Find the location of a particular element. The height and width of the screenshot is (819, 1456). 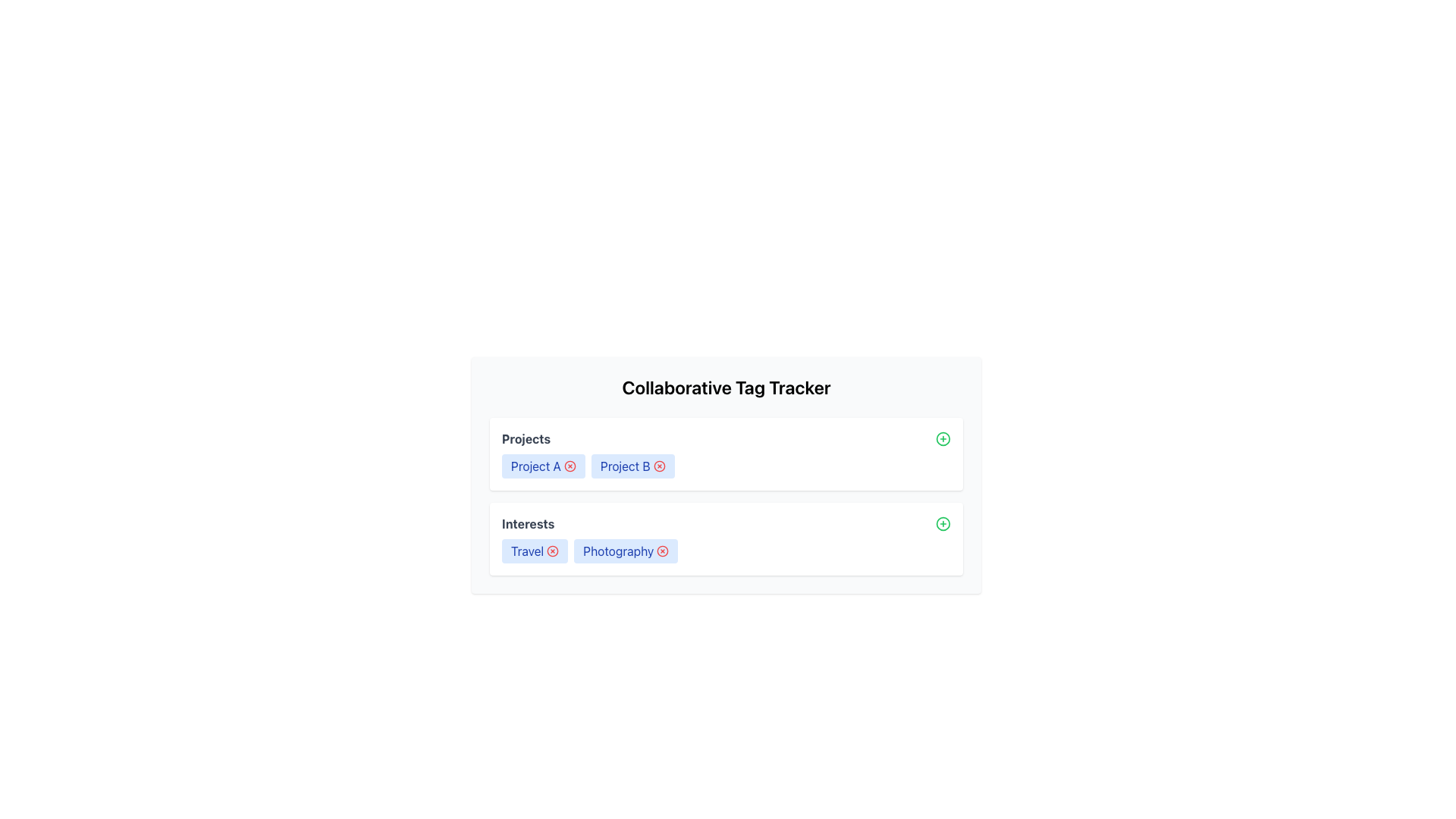

the circular cancel button within the 'Project A' pill is located at coordinates (569, 465).